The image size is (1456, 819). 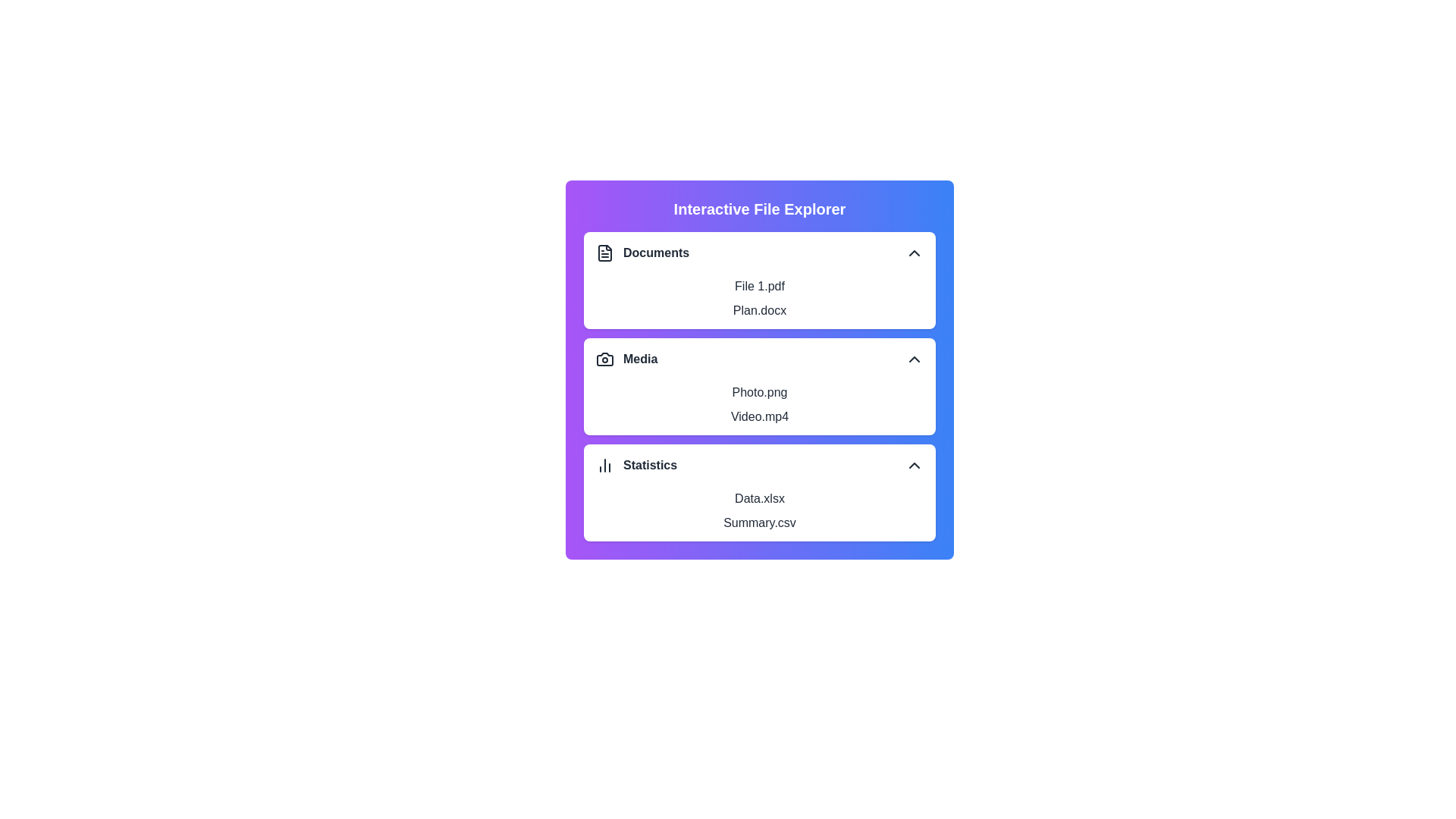 I want to click on the item Plan.docx from the section Documents, so click(x=760, y=309).